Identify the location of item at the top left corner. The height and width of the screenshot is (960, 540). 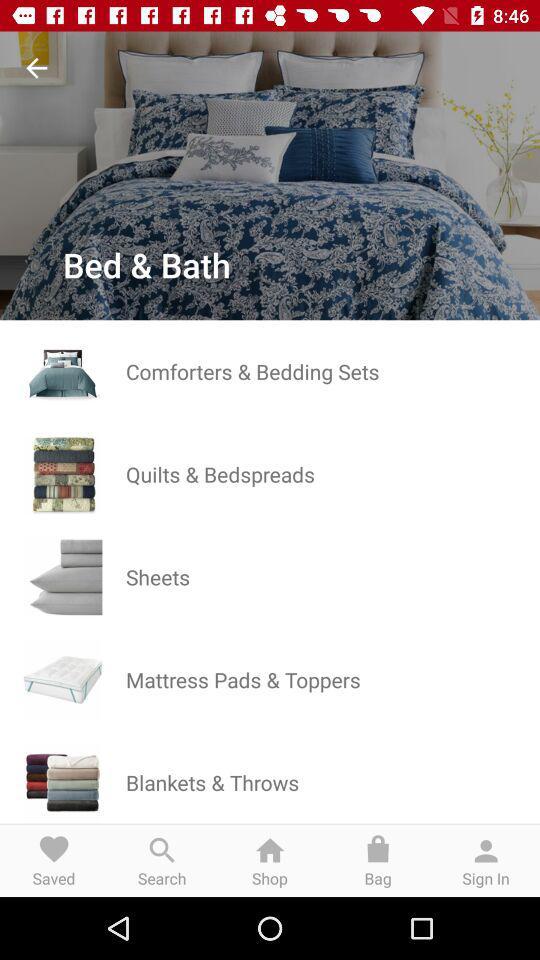
(36, 68).